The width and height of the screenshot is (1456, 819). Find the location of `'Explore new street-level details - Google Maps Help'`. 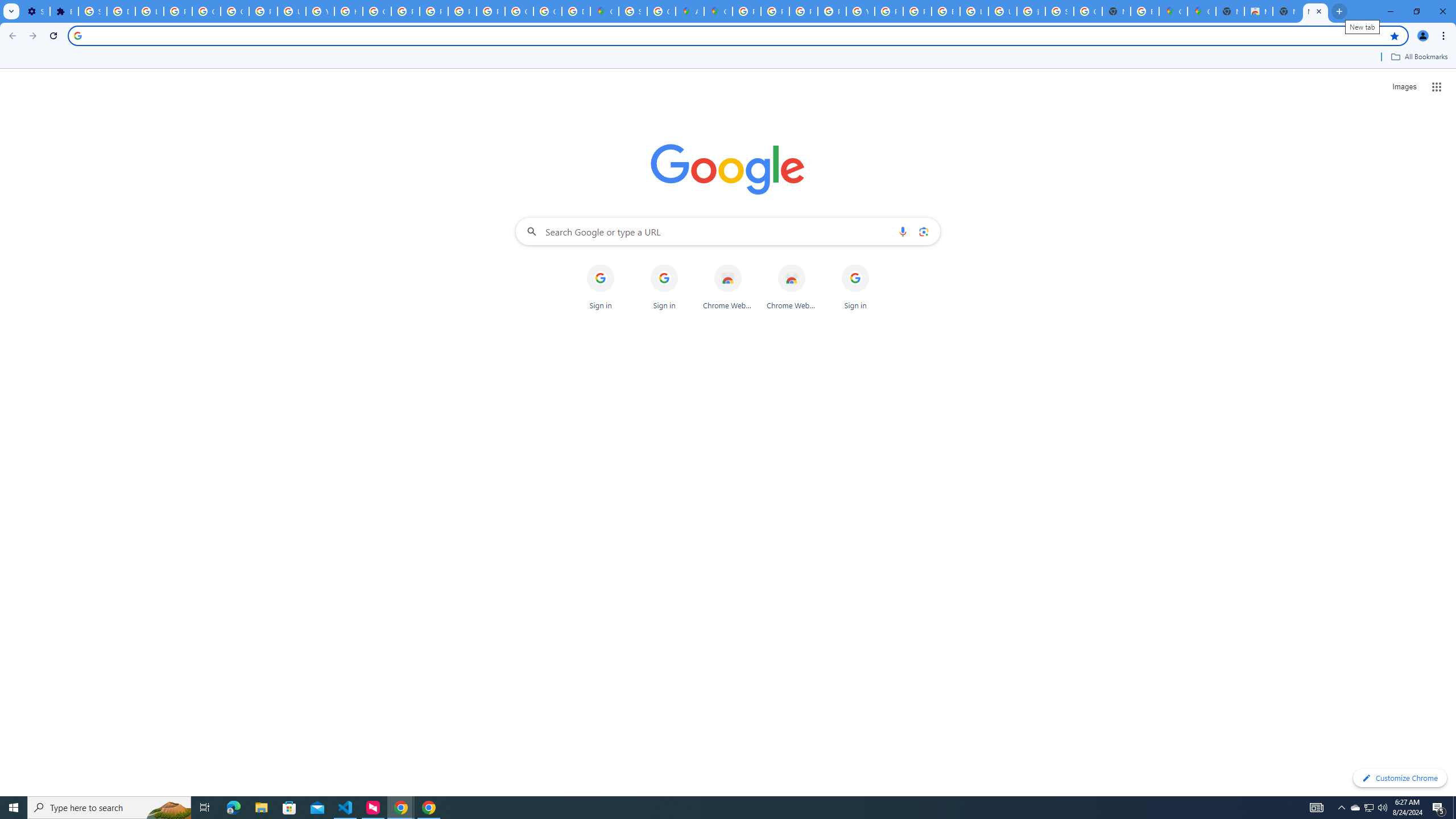

'Explore new street-level details - Google Maps Help' is located at coordinates (1145, 11).